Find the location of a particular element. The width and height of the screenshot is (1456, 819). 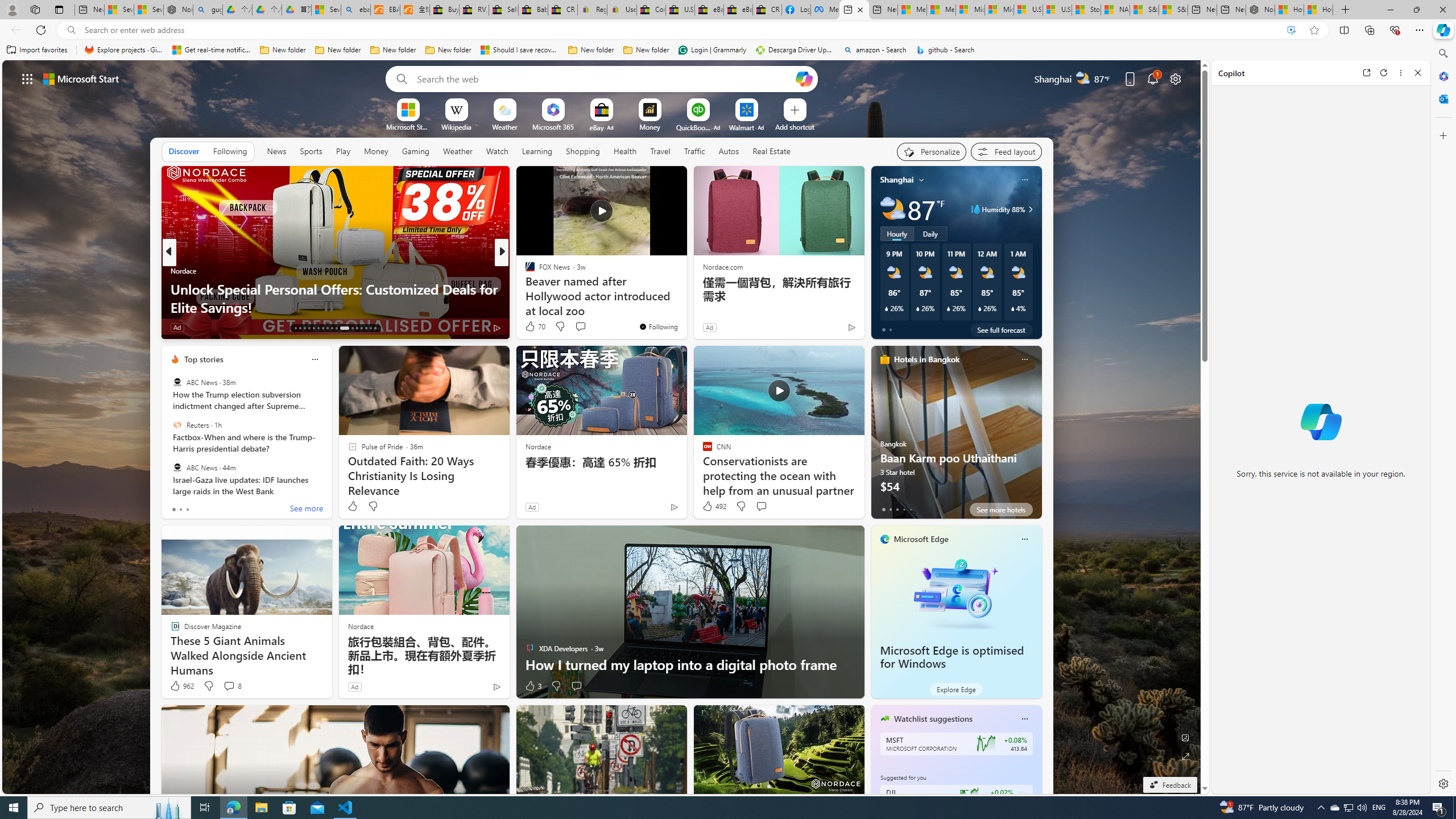

'View comments 24 Comment' is located at coordinates (580, 326).